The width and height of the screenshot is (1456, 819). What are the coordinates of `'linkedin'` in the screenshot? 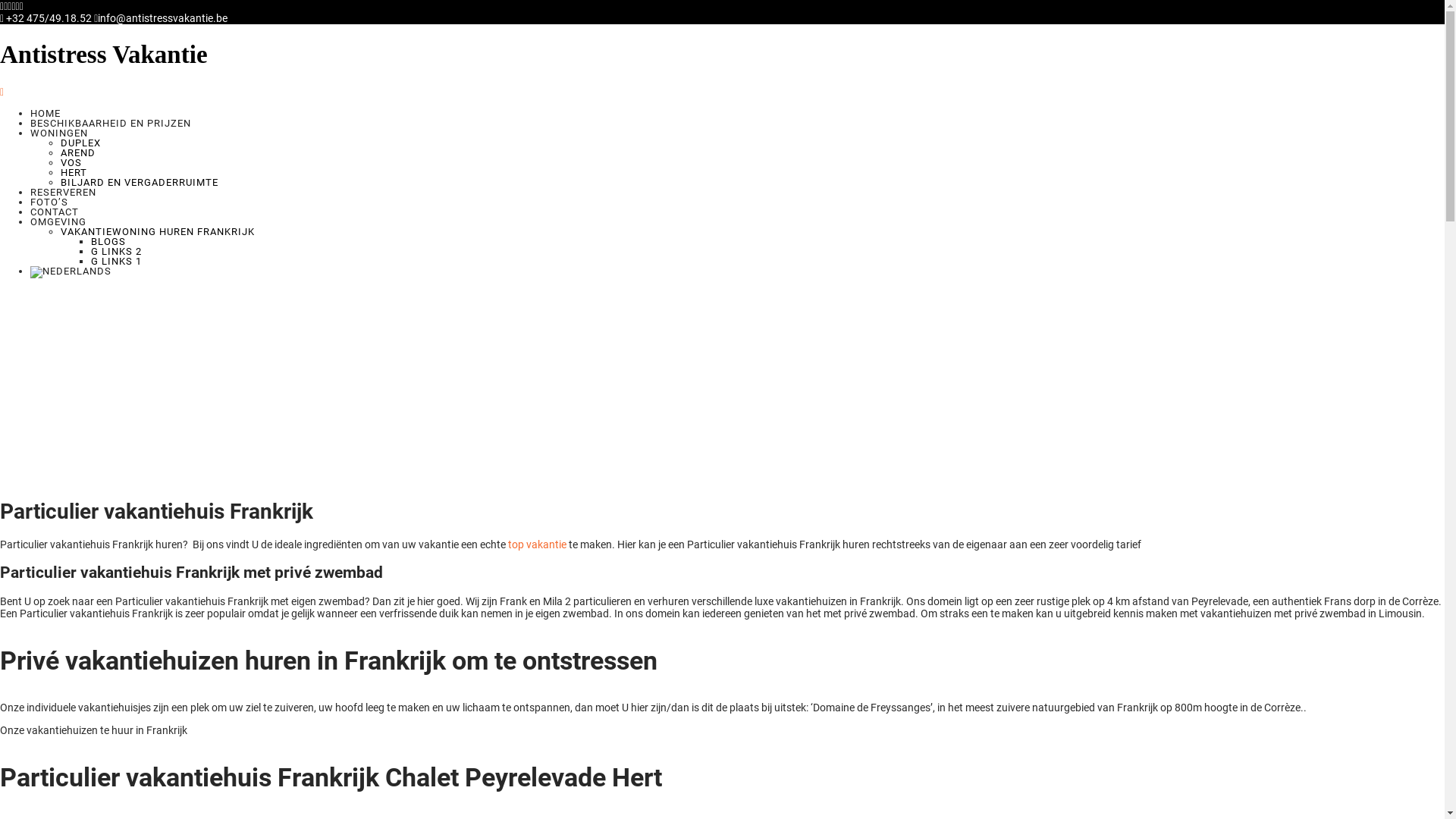 It's located at (13, 6).